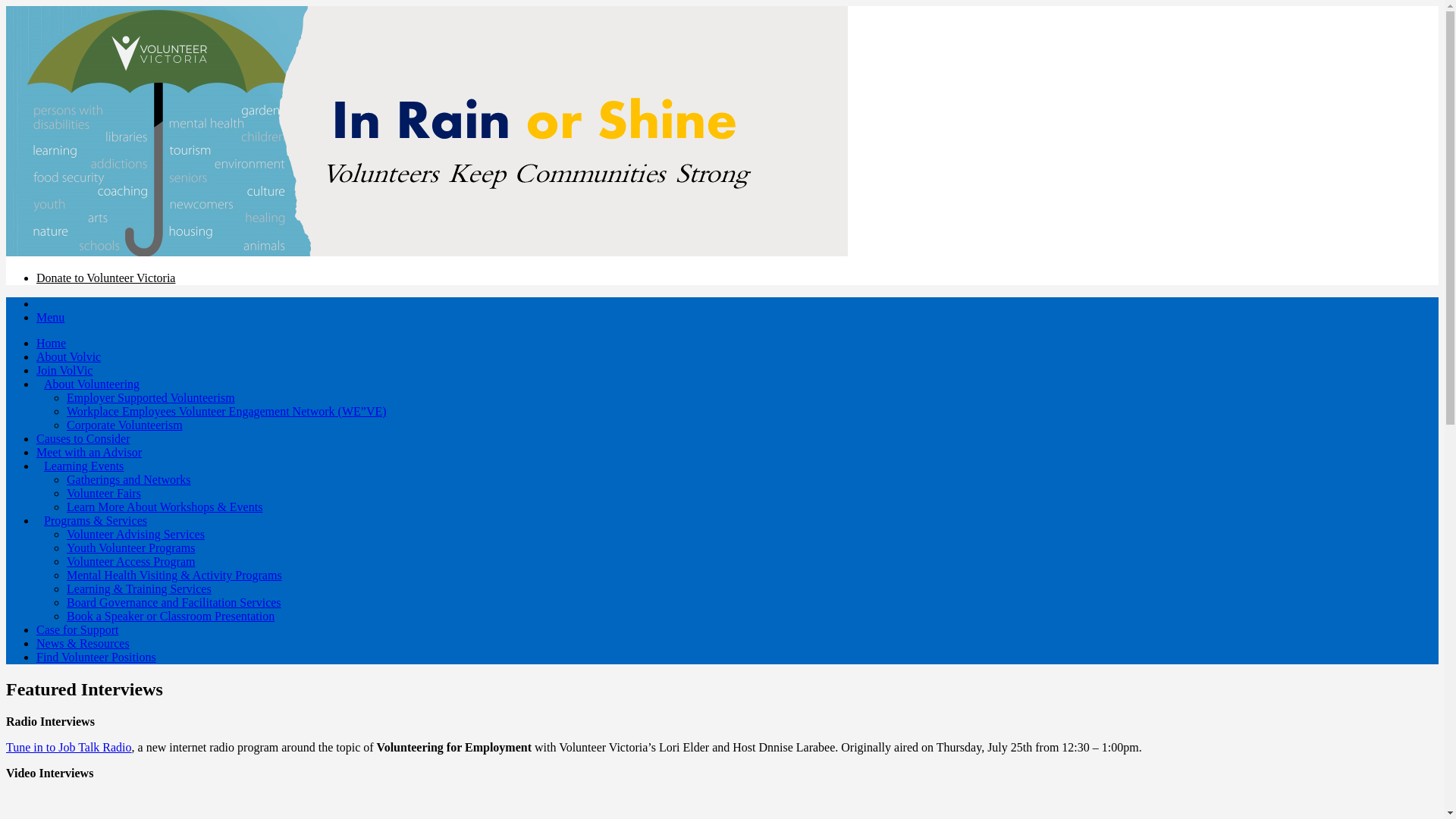  I want to click on 'Case for Support', so click(76, 629).